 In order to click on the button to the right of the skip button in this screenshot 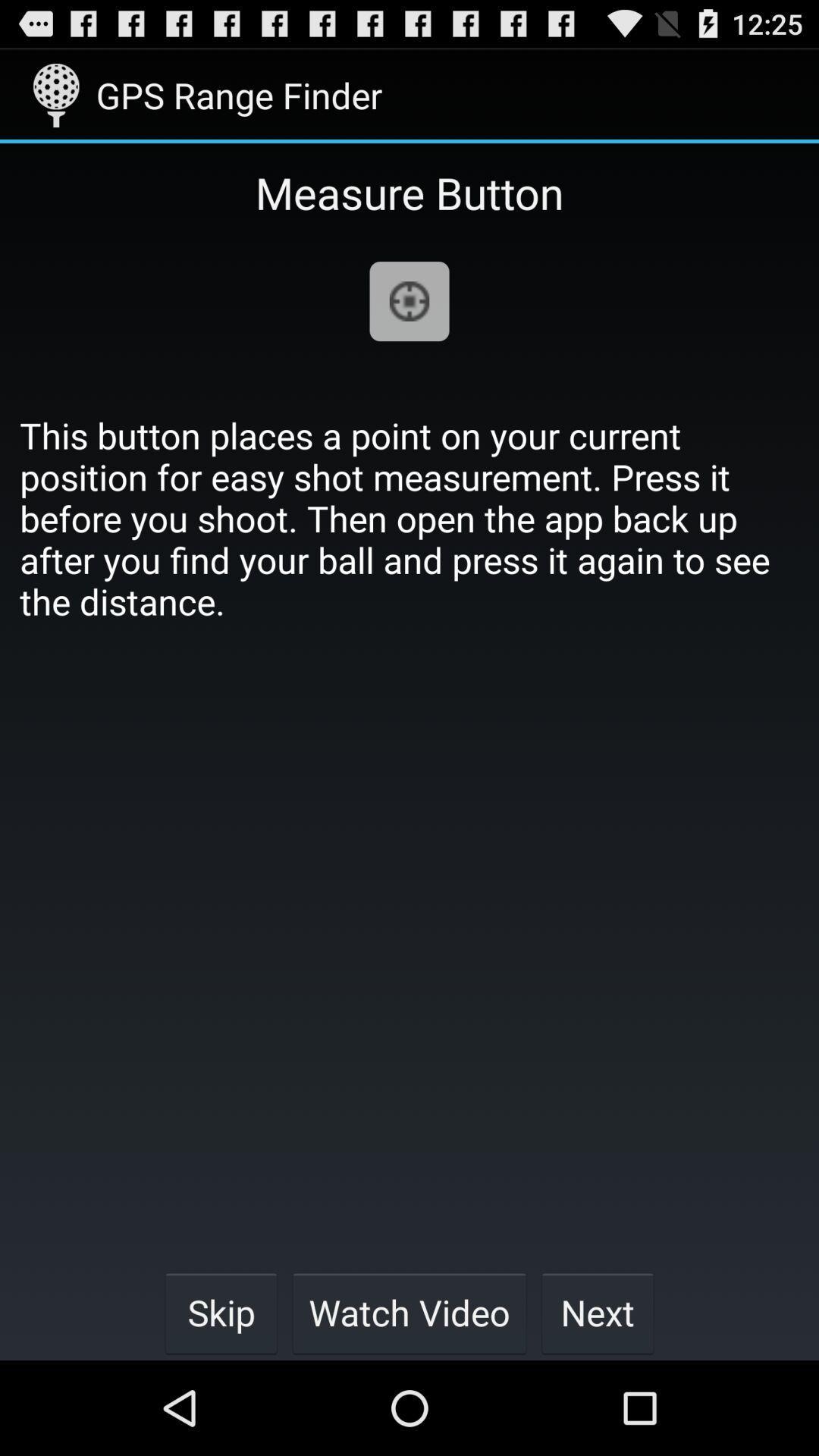, I will do `click(409, 1312)`.